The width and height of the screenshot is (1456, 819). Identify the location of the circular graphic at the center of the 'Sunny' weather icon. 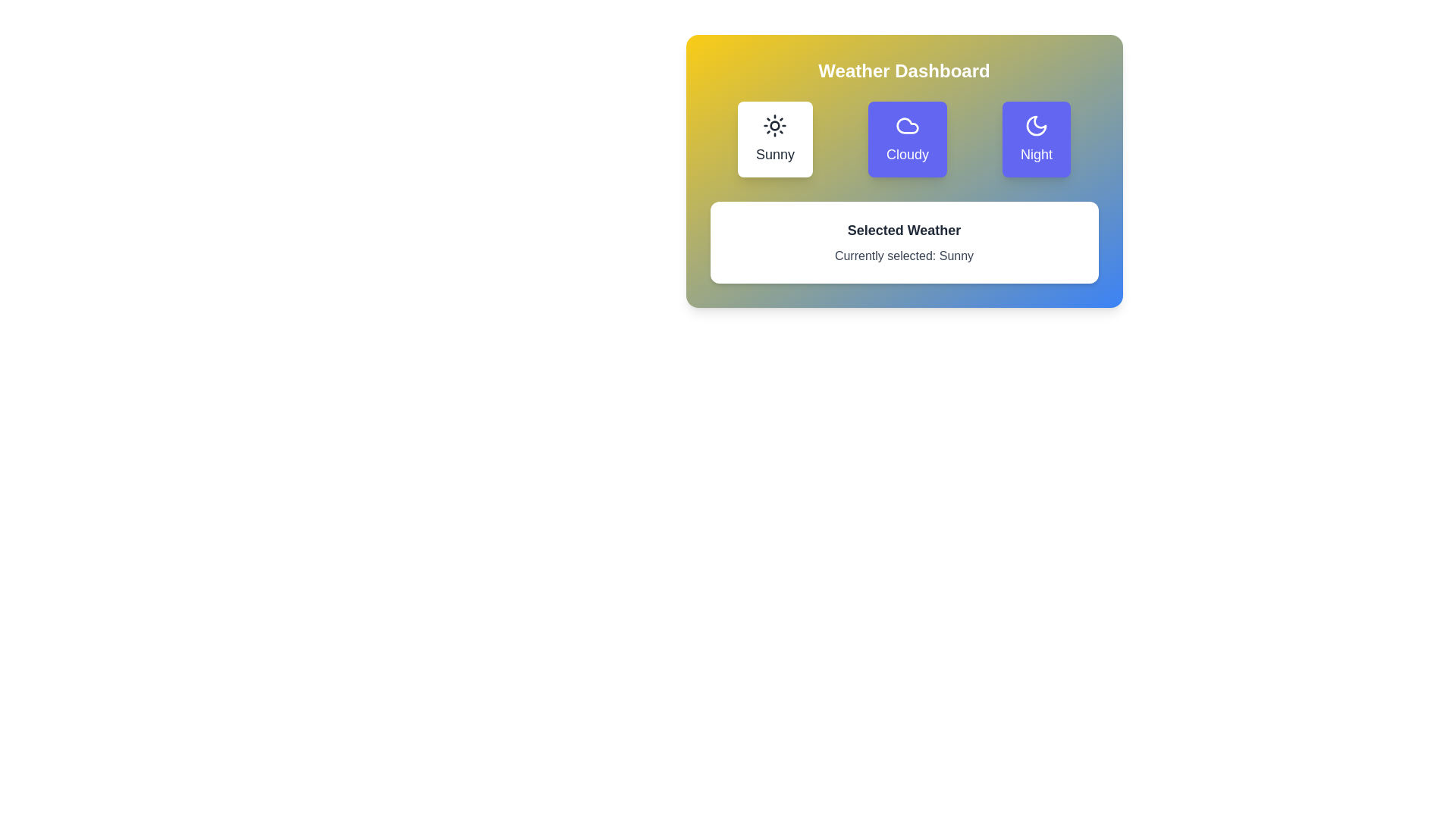
(775, 124).